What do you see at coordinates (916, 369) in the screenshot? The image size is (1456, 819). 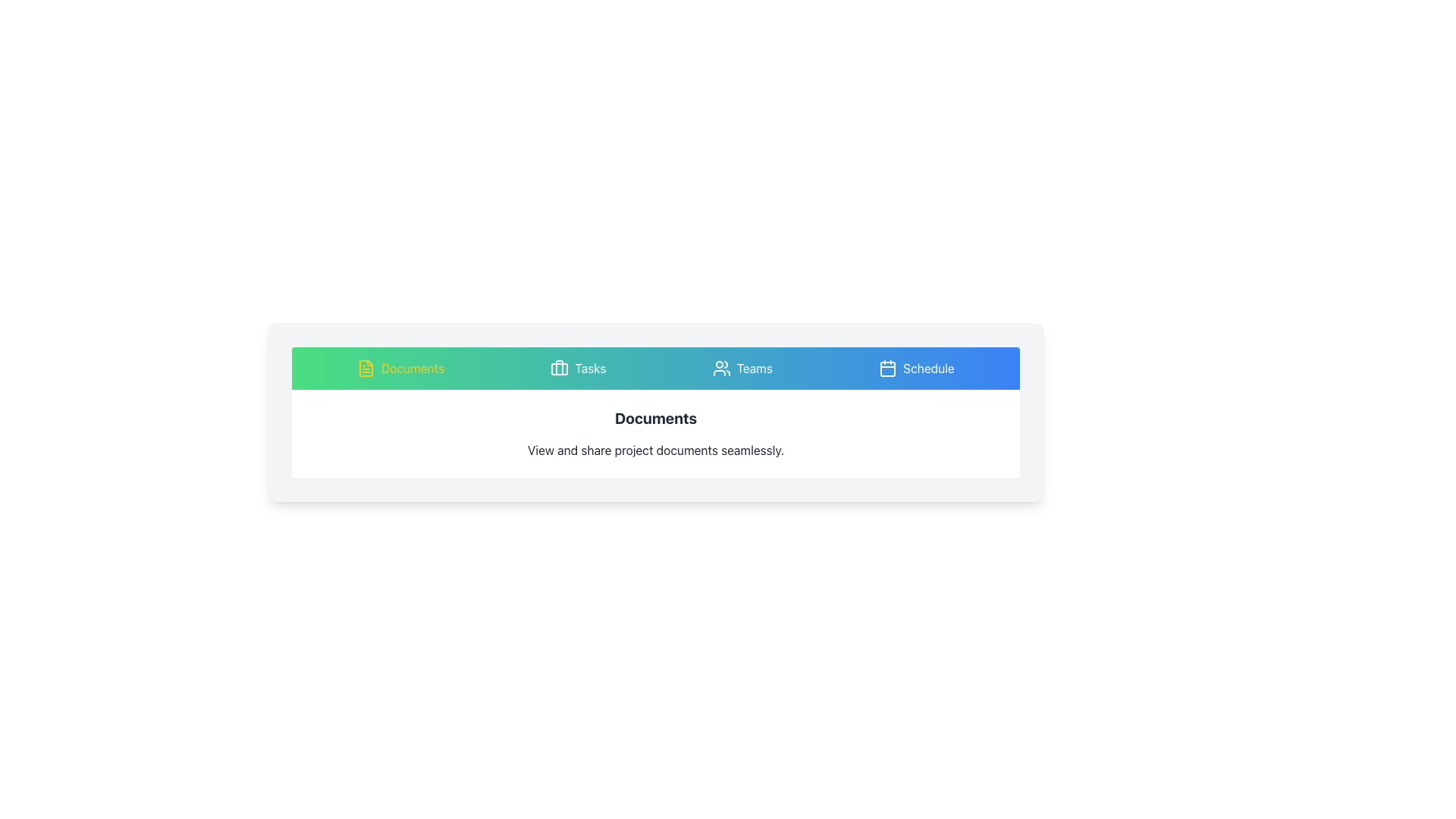 I see `the fourth navigation button on the right side of the horizontal navigation bar` at bounding box center [916, 369].